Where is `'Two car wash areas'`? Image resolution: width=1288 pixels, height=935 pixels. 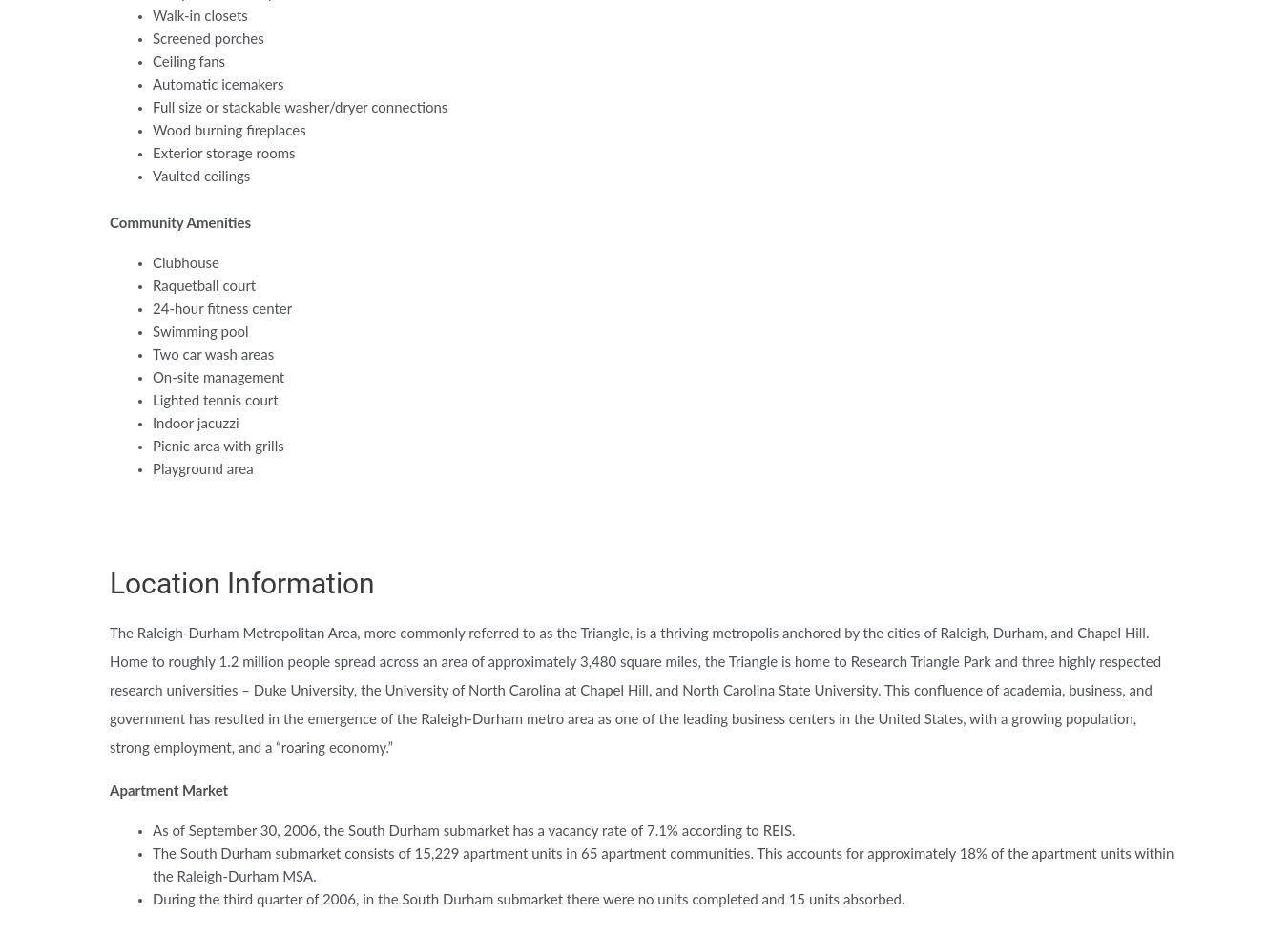
'Two car wash areas' is located at coordinates (213, 355).